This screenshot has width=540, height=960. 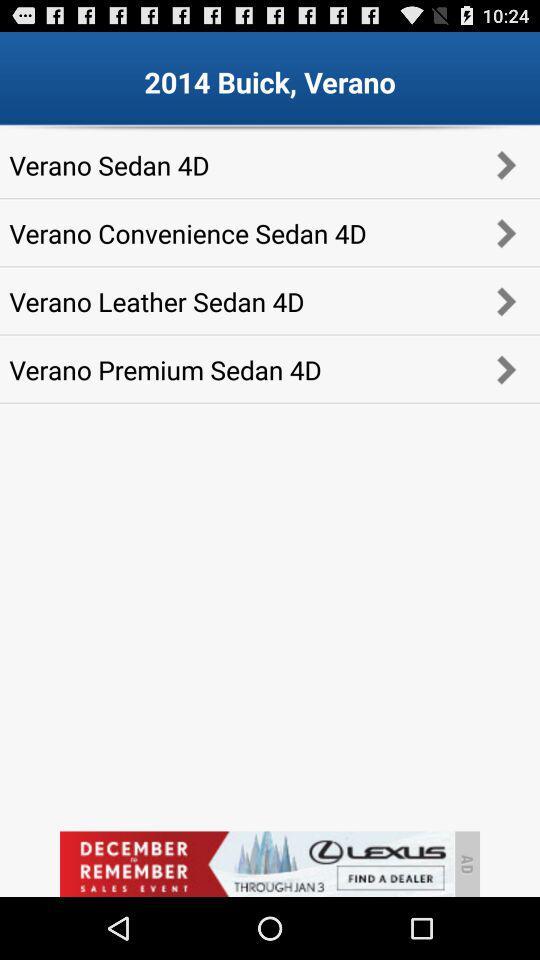 I want to click on open advertisement, so click(x=256, y=863).